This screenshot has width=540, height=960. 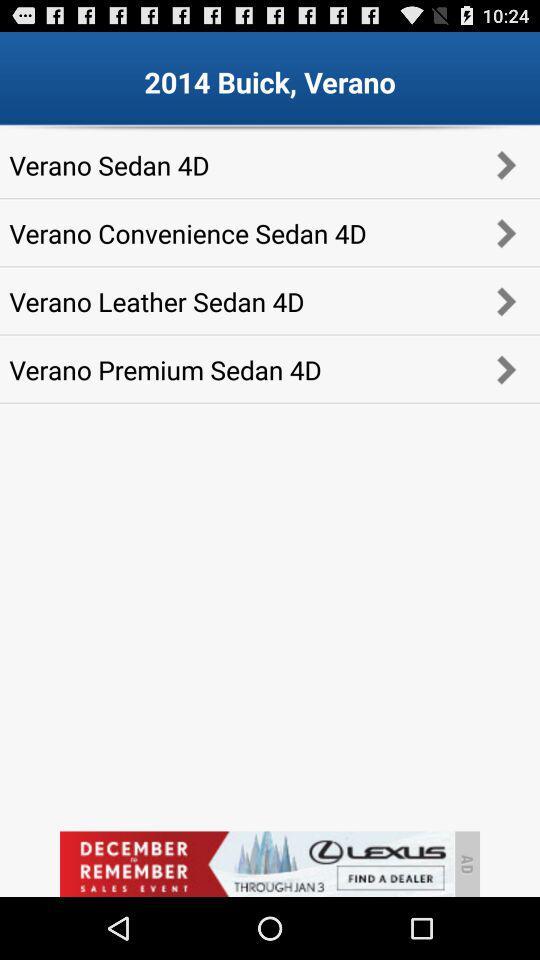 I want to click on open advertisement, so click(x=256, y=863).